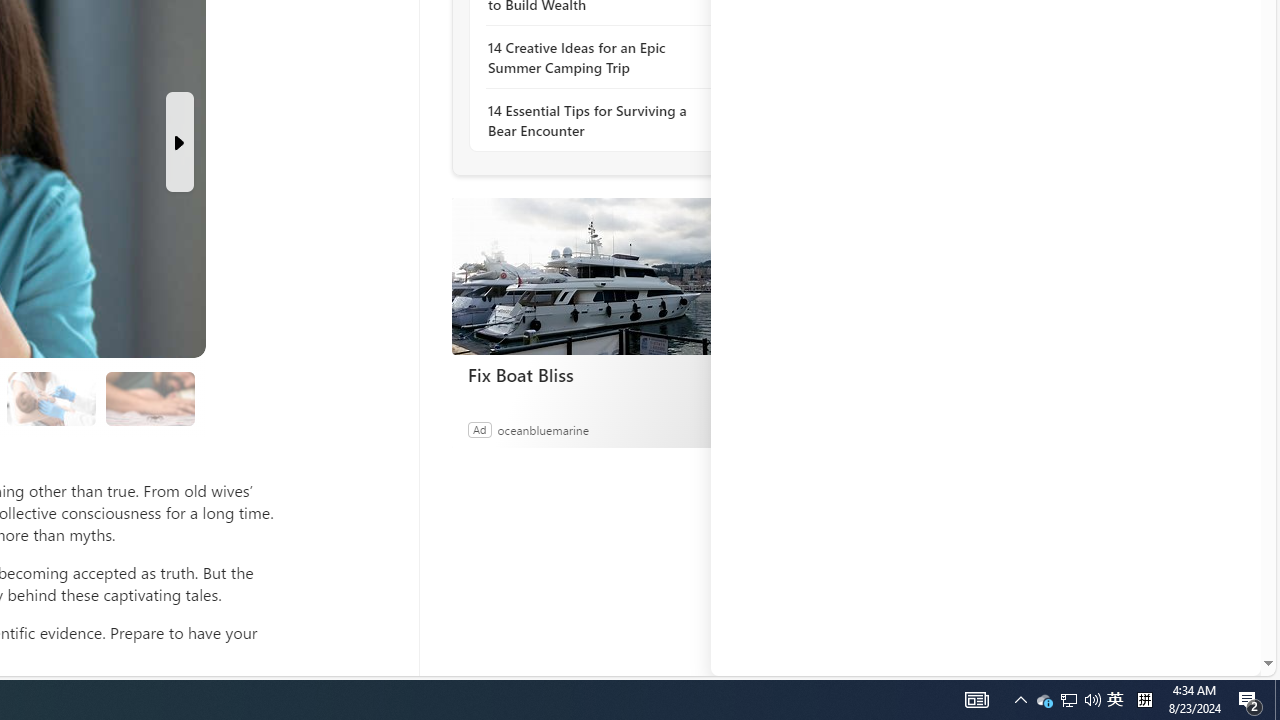  What do you see at coordinates (595, 120) in the screenshot?
I see `'14 Essential Tips for Surviving a Bear Encounter'` at bounding box center [595, 120].